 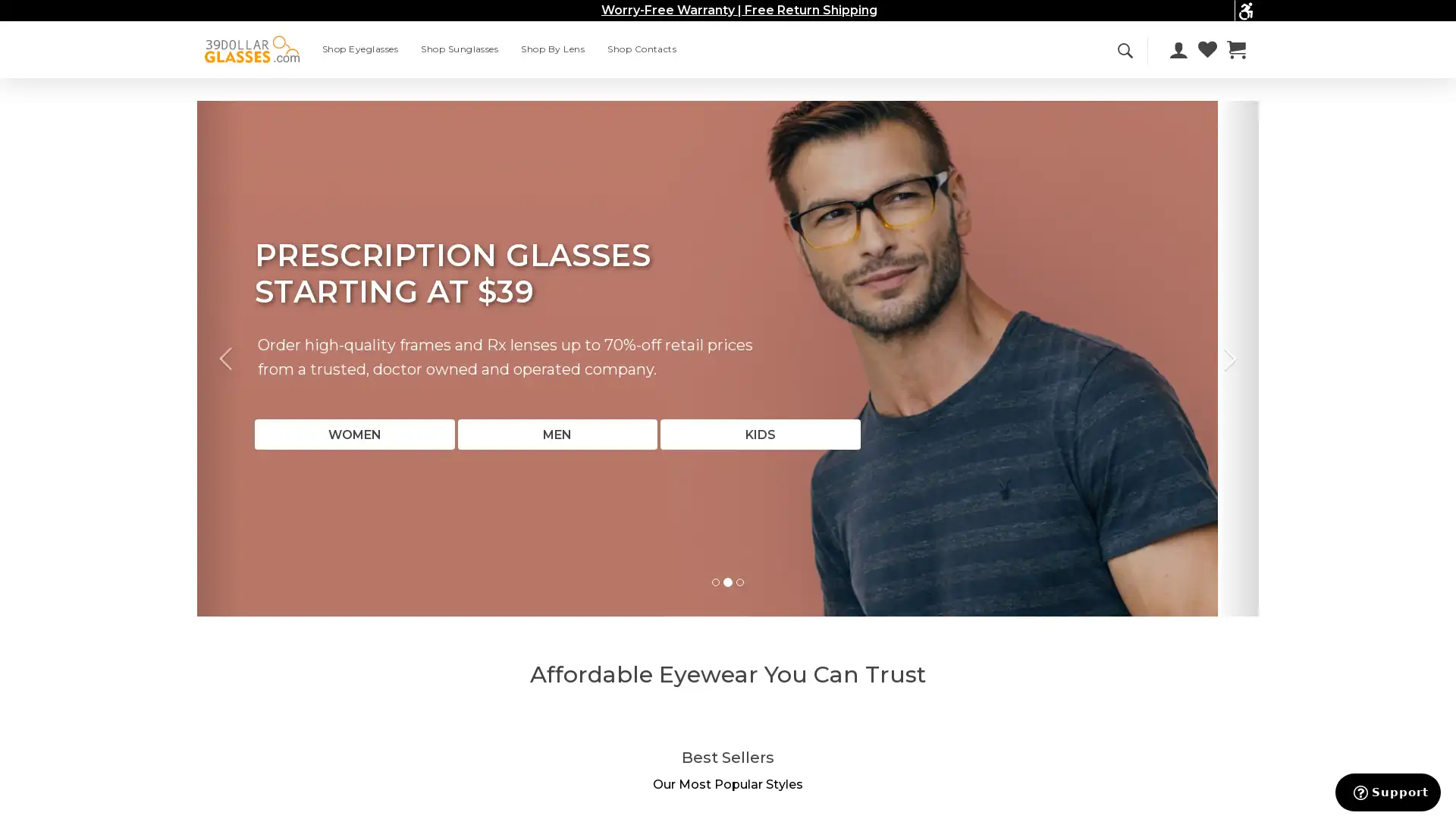 I want to click on Support button, so click(x=1388, y=792).